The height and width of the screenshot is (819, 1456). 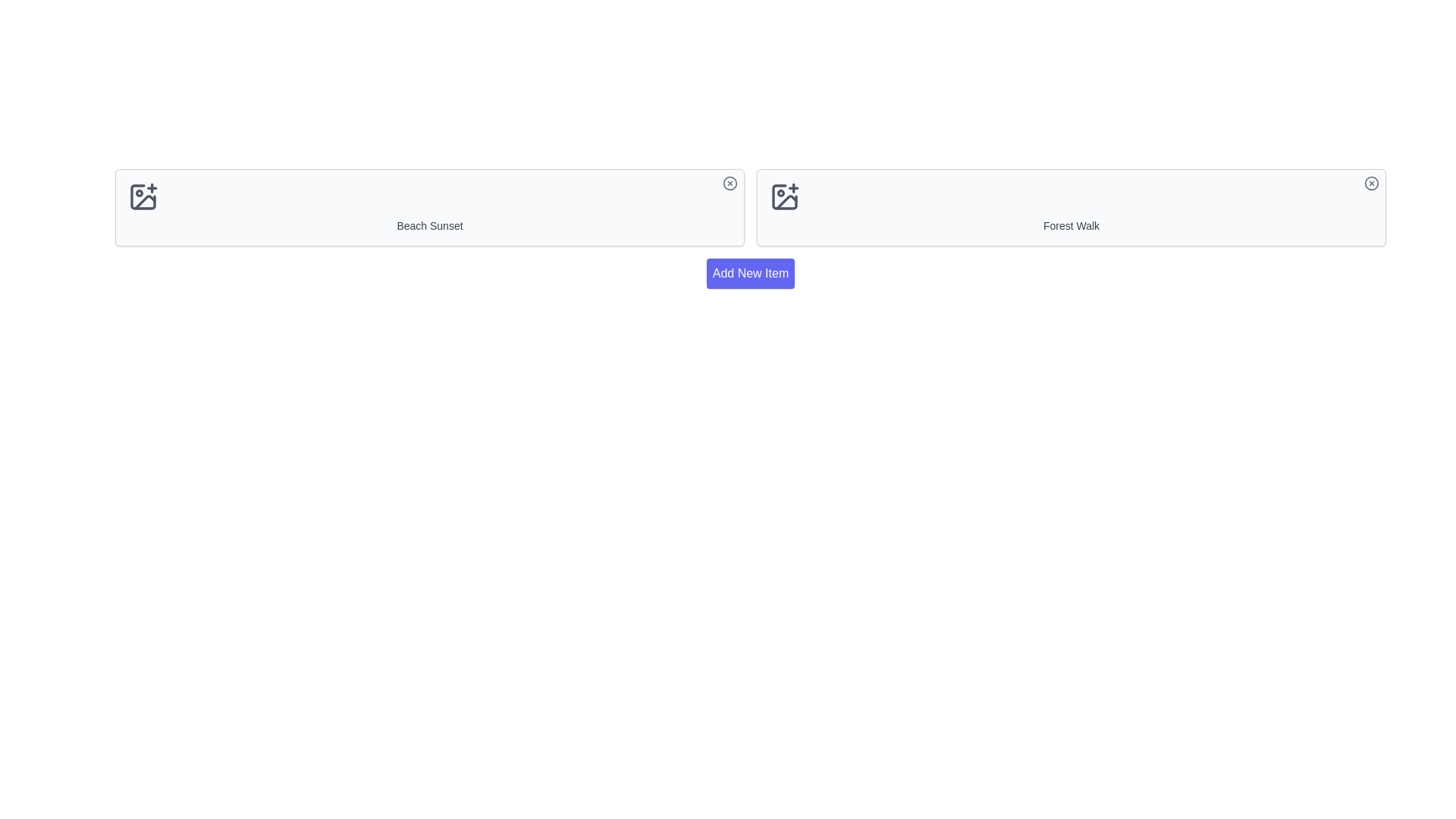 I want to click on the text element located at the bottom of the card, which has a light gray background and is labeled with an icon of an image with a plus sign above it, so click(x=428, y=225).